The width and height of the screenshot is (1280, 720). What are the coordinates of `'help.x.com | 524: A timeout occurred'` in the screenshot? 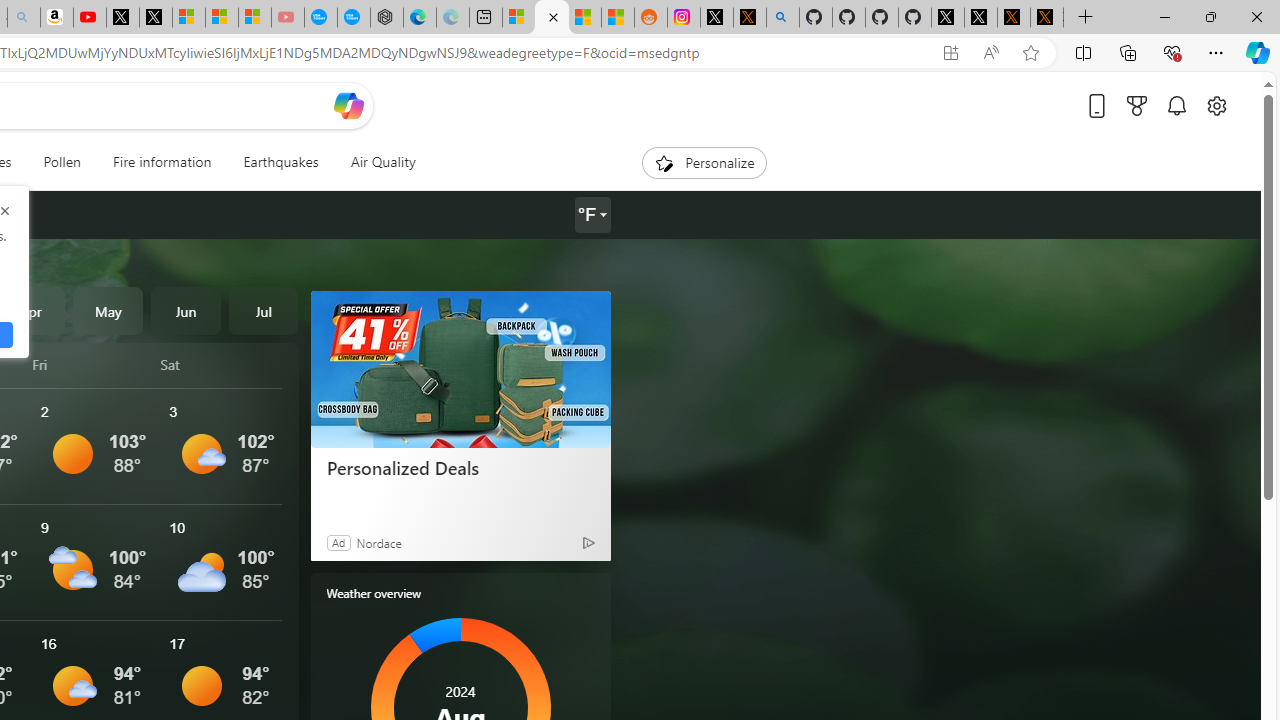 It's located at (748, 17).